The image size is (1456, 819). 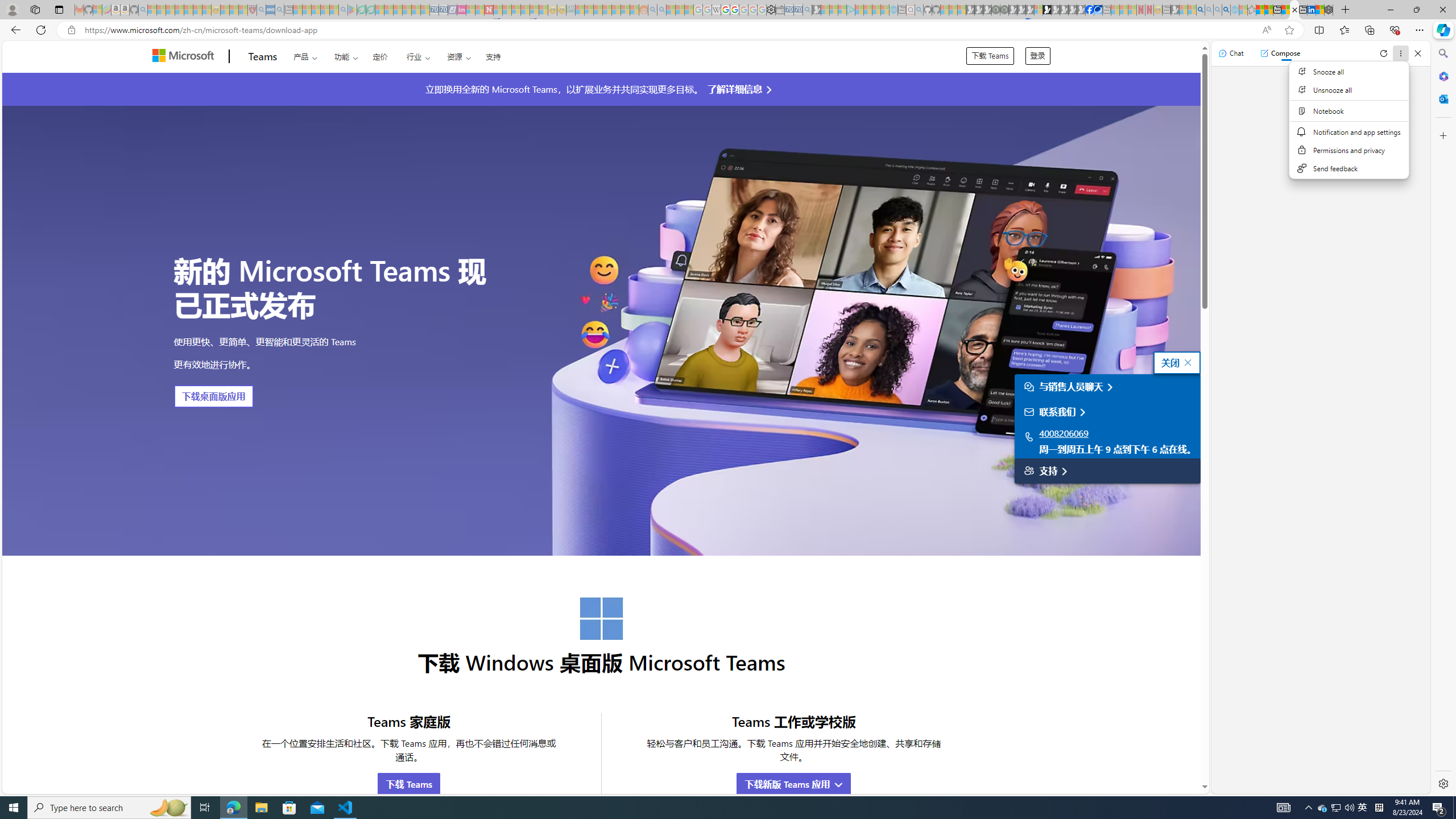 I want to click on 'The Weather Channel - MSN - Sleeping', so click(x=169, y=9).